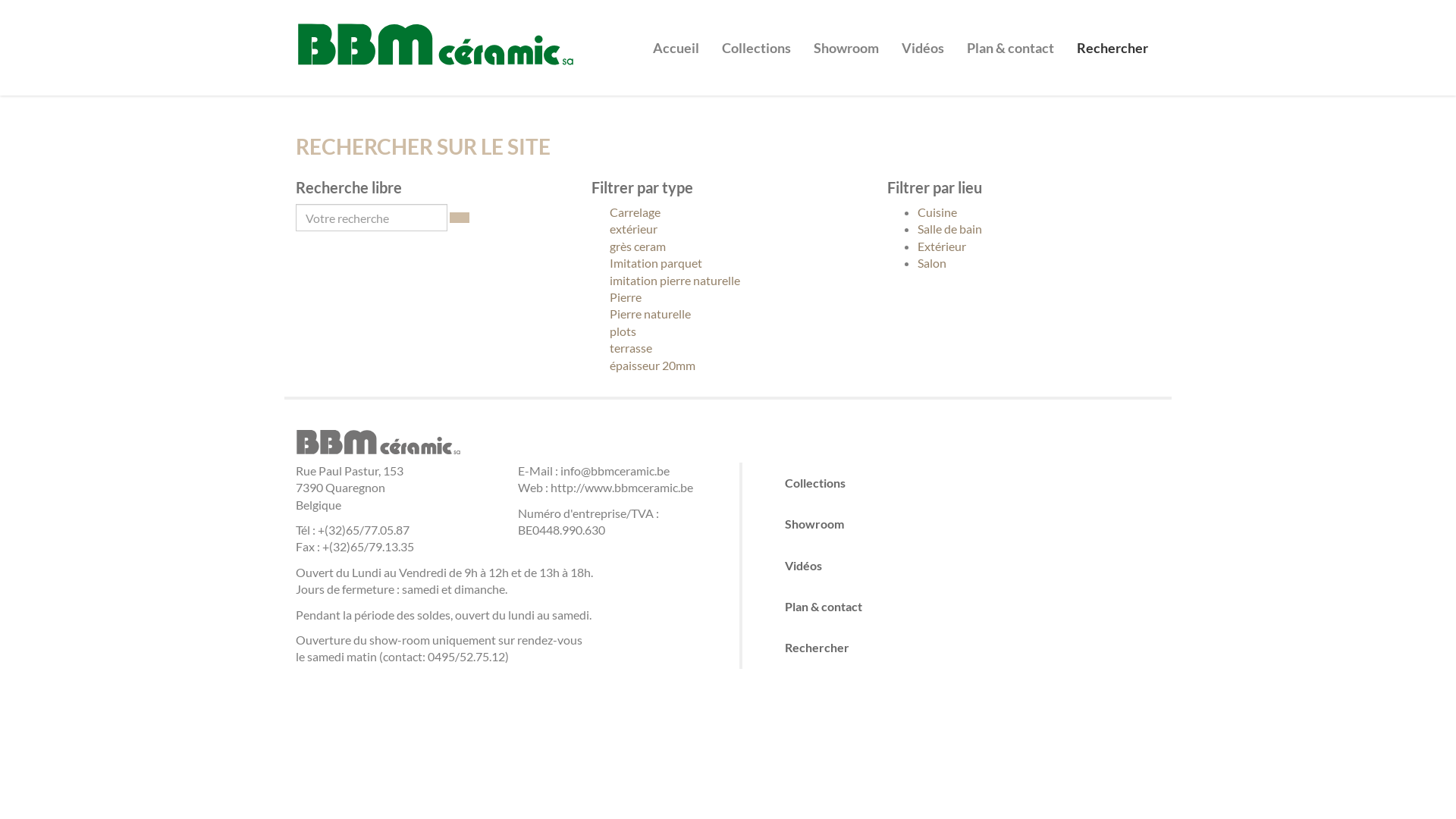 The image size is (1456, 819). Describe the element at coordinates (590, 330) in the screenshot. I see `'plots'` at that location.